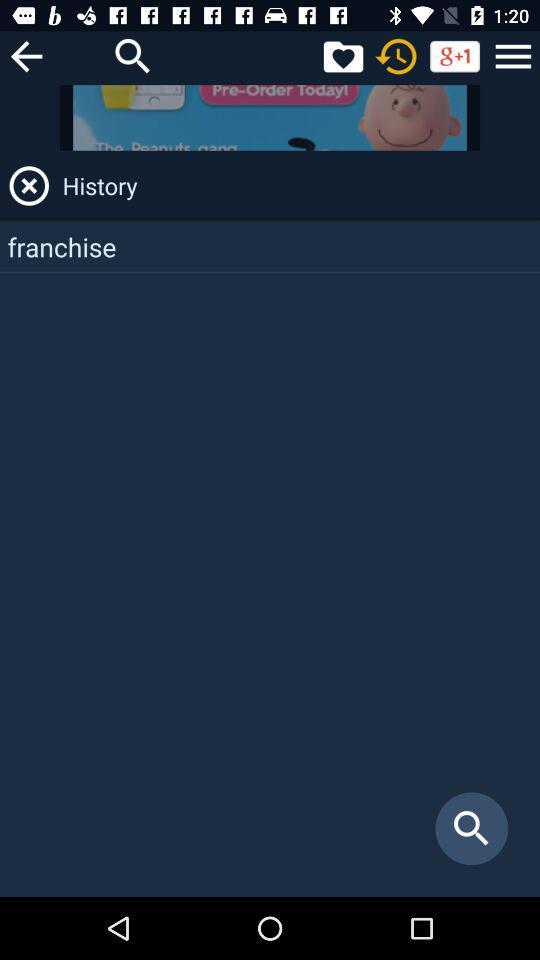 The width and height of the screenshot is (540, 960). I want to click on the item above history, so click(270, 117).